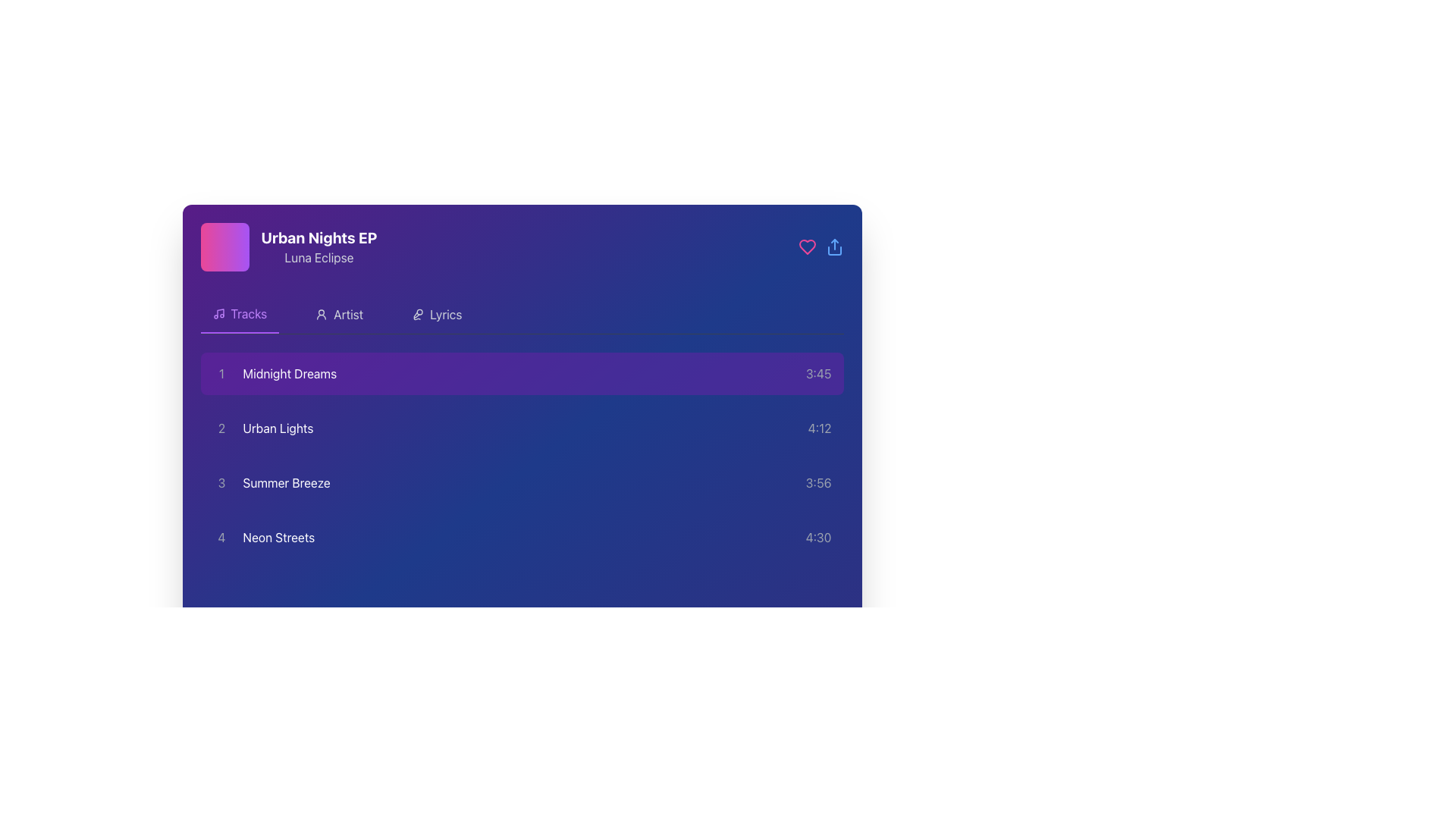  What do you see at coordinates (278, 428) in the screenshot?
I see `the static text display containing the text 'Urban Lights', which is the second item in the list of song names, aligned to the right of the numbering '2'` at bounding box center [278, 428].